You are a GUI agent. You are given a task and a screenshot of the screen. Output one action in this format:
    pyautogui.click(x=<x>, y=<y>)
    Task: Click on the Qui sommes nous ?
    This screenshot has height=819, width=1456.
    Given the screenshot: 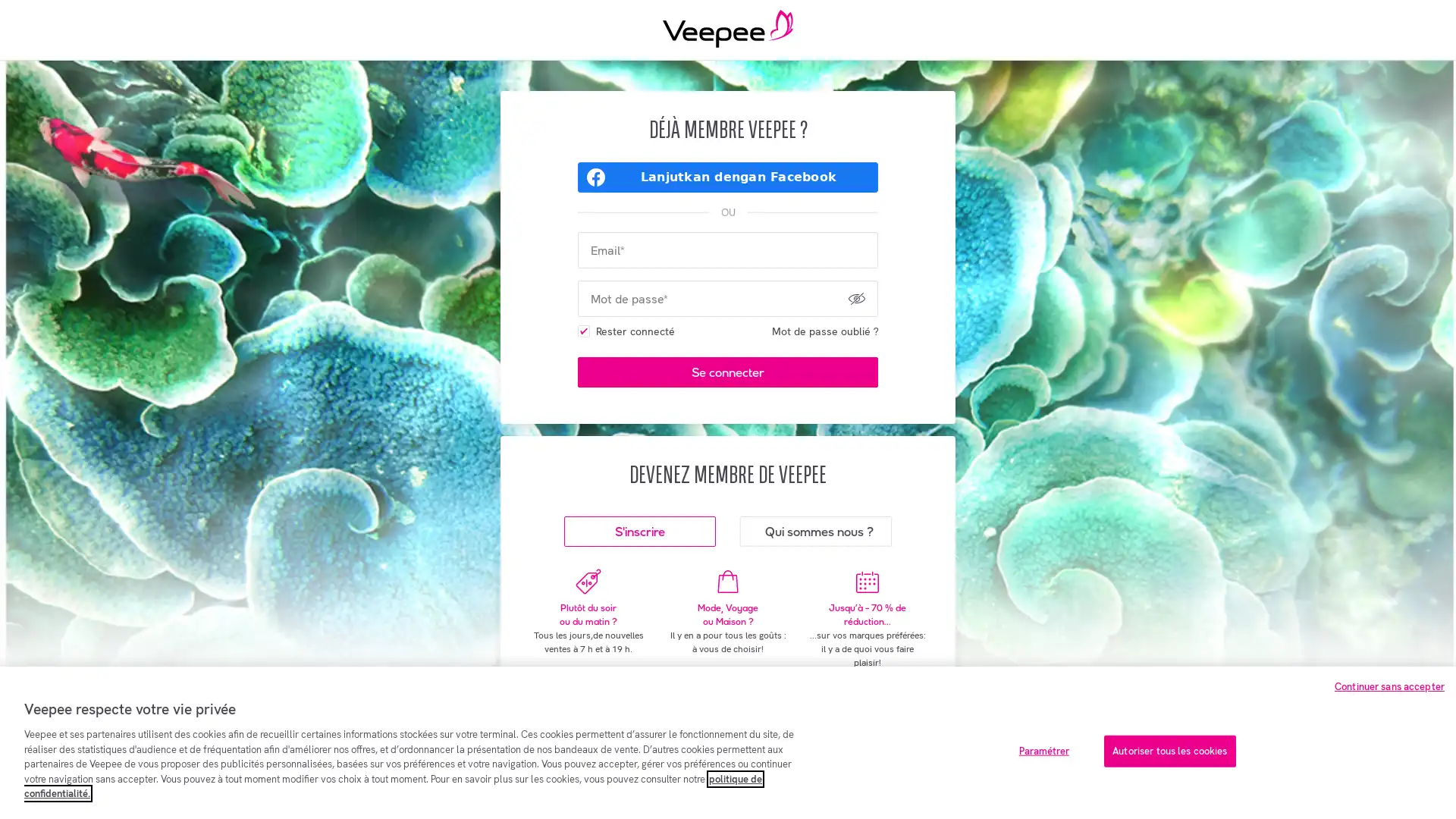 What is the action you would take?
    pyautogui.click(x=814, y=531)
    